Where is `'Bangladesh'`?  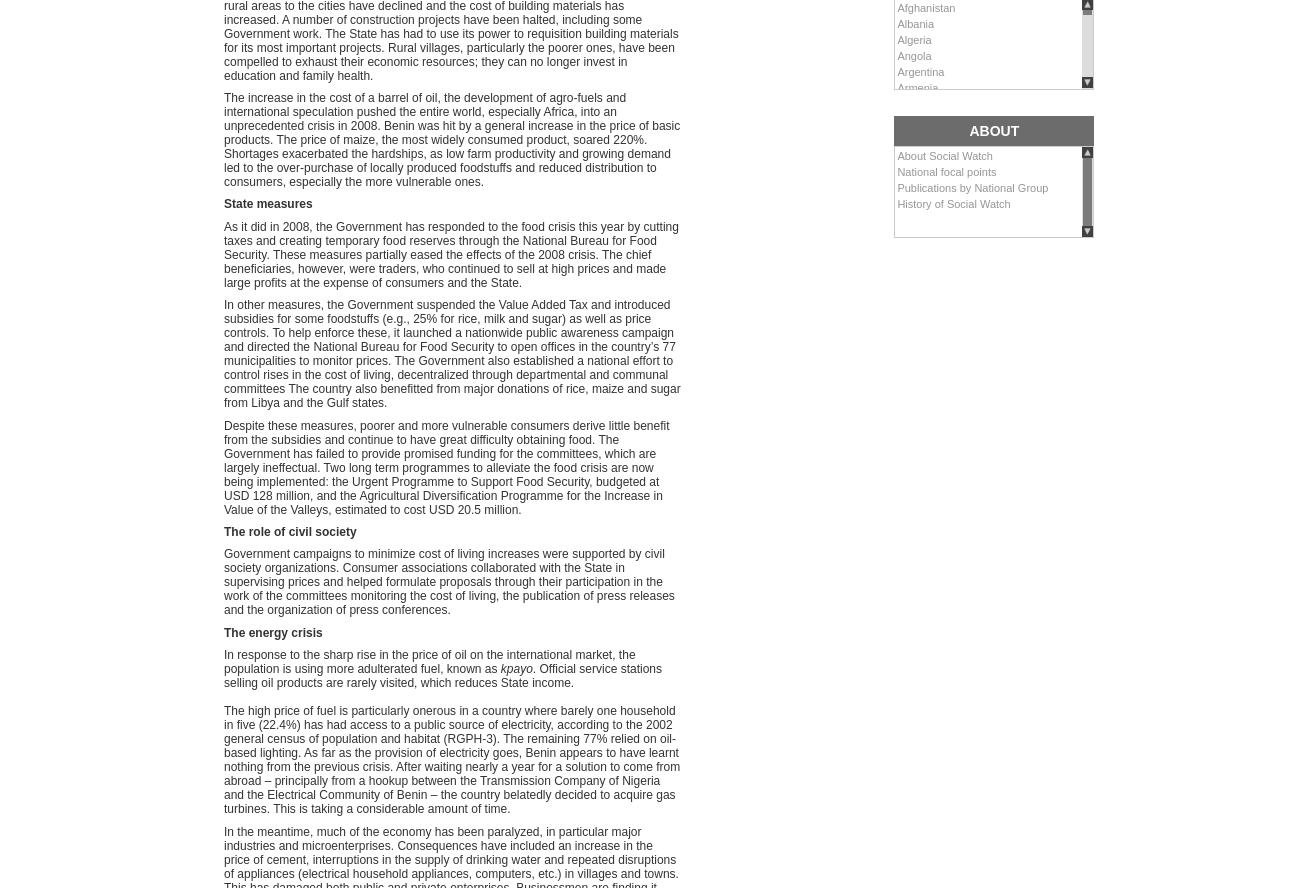
'Bangladesh' is located at coordinates (895, 134).